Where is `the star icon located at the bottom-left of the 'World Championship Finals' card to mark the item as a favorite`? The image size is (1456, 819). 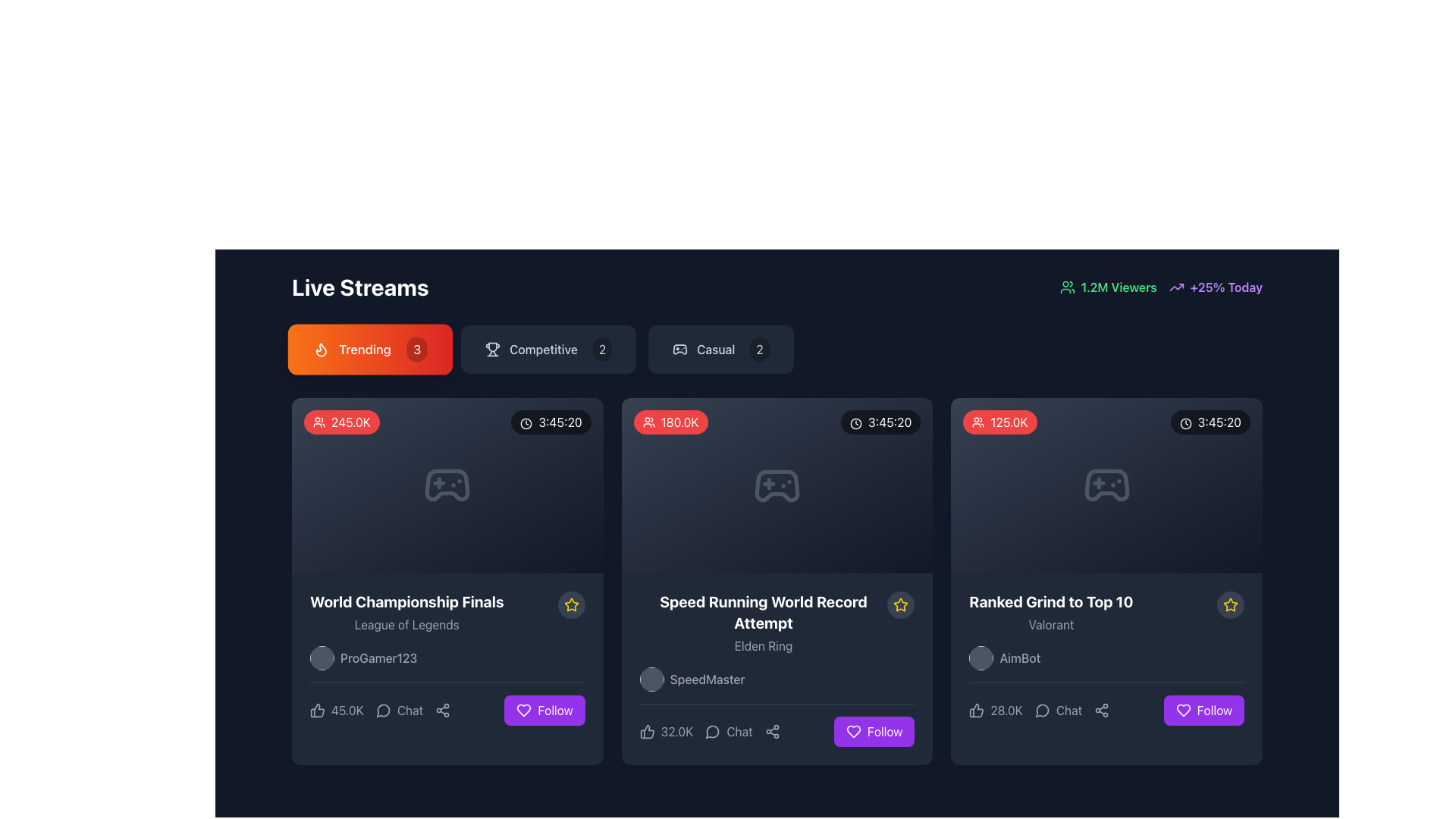
the star icon located at the bottom-left of the 'World Championship Finals' card to mark the item as a favorite is located at coordinates (570, 604).